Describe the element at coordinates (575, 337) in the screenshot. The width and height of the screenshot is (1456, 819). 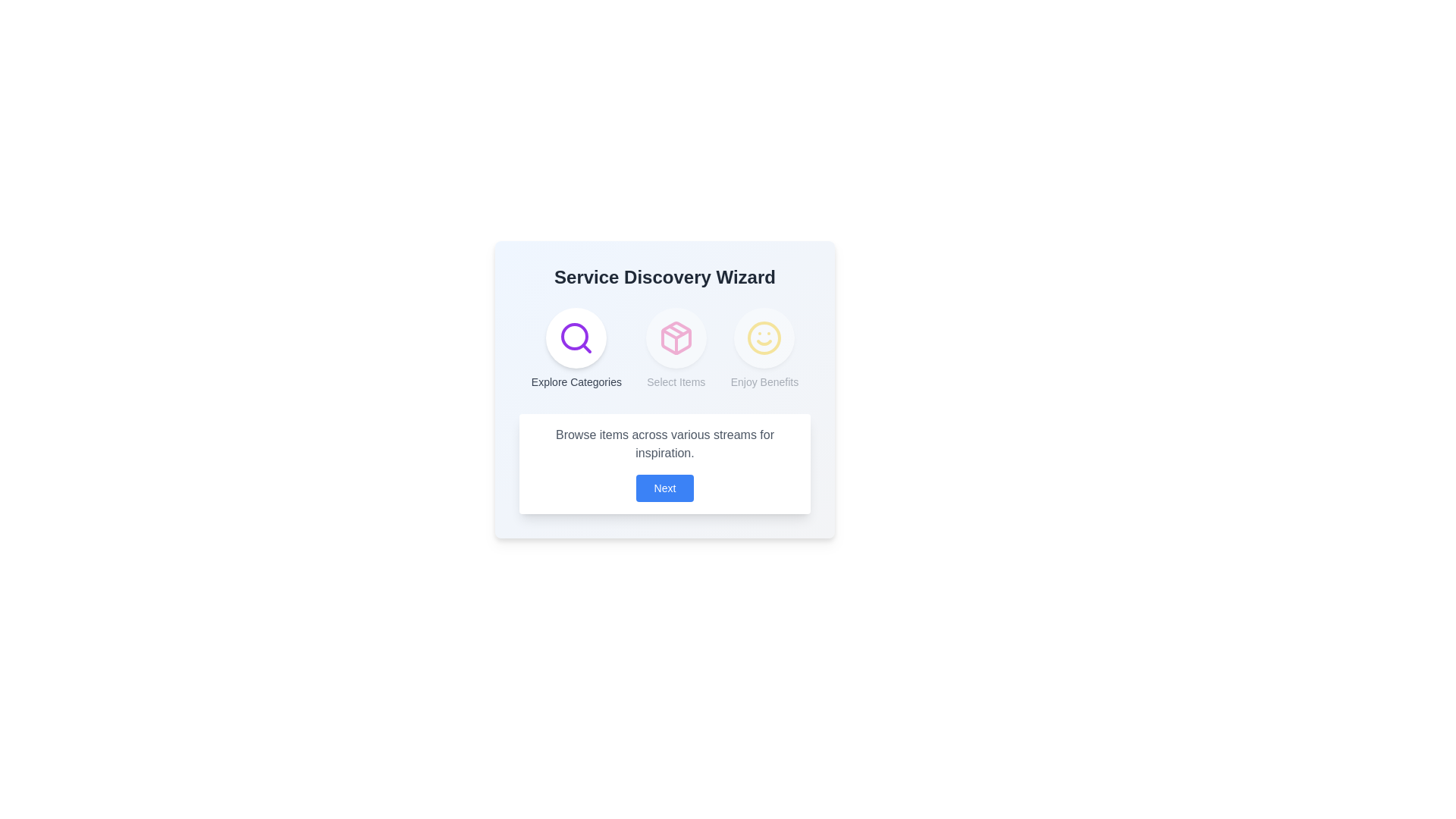
I see `the step icon for Explore Categories` at that location.